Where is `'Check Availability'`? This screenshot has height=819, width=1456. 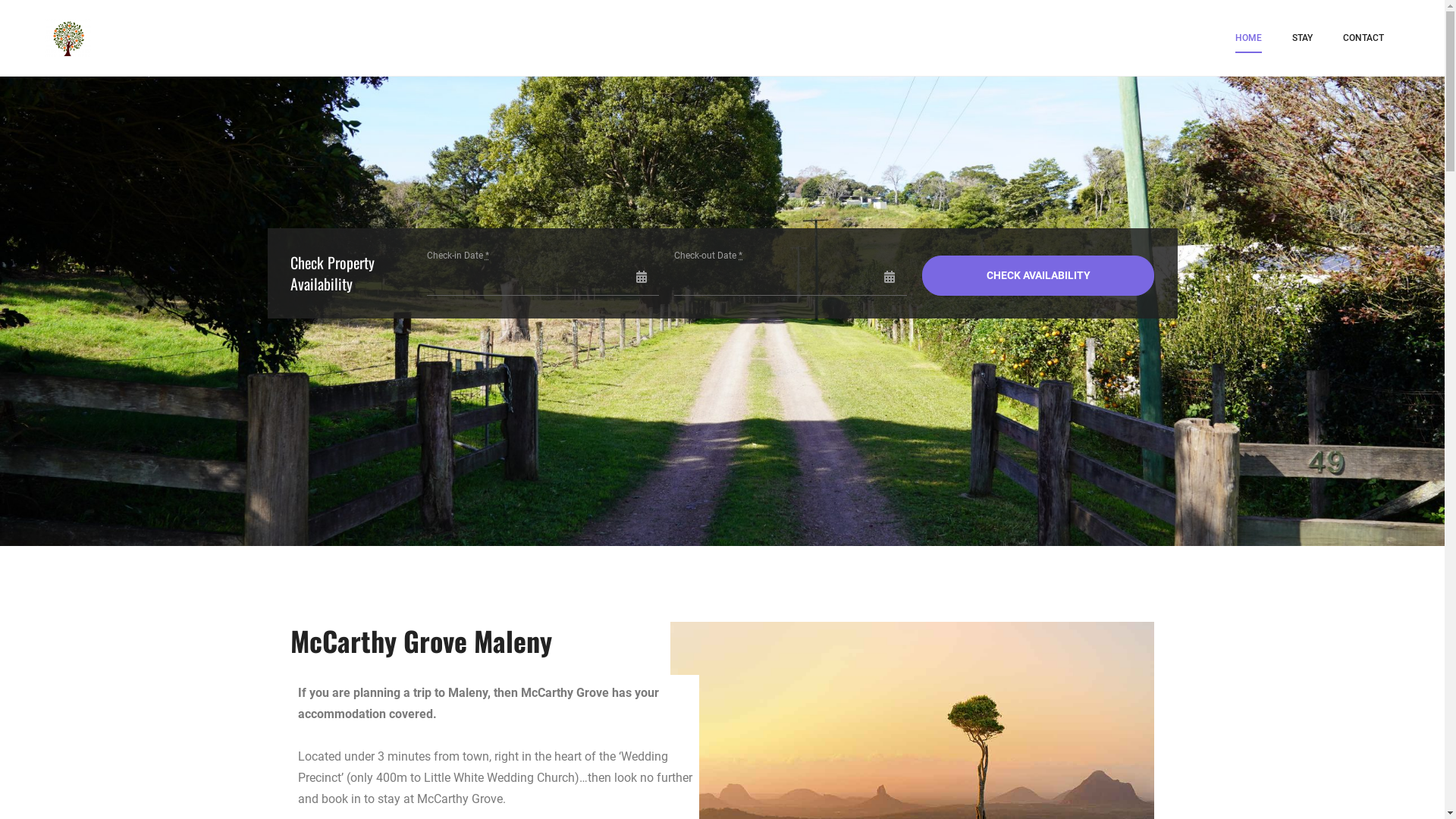
'Check Availability' is located at coordinates (921, 275).